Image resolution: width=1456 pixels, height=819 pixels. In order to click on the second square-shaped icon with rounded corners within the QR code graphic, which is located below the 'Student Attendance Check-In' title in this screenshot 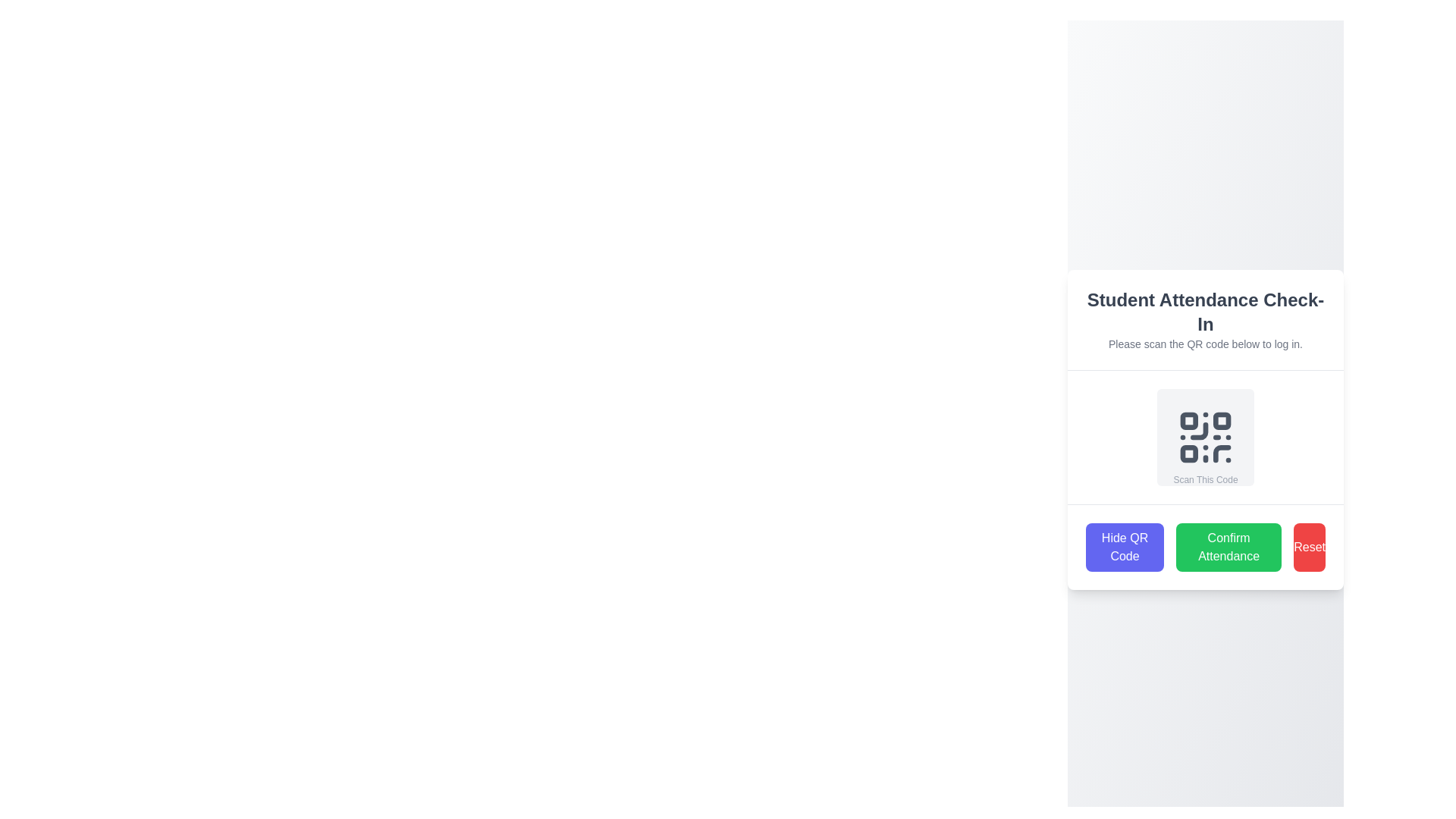, I will do `click(1222, 421)`.